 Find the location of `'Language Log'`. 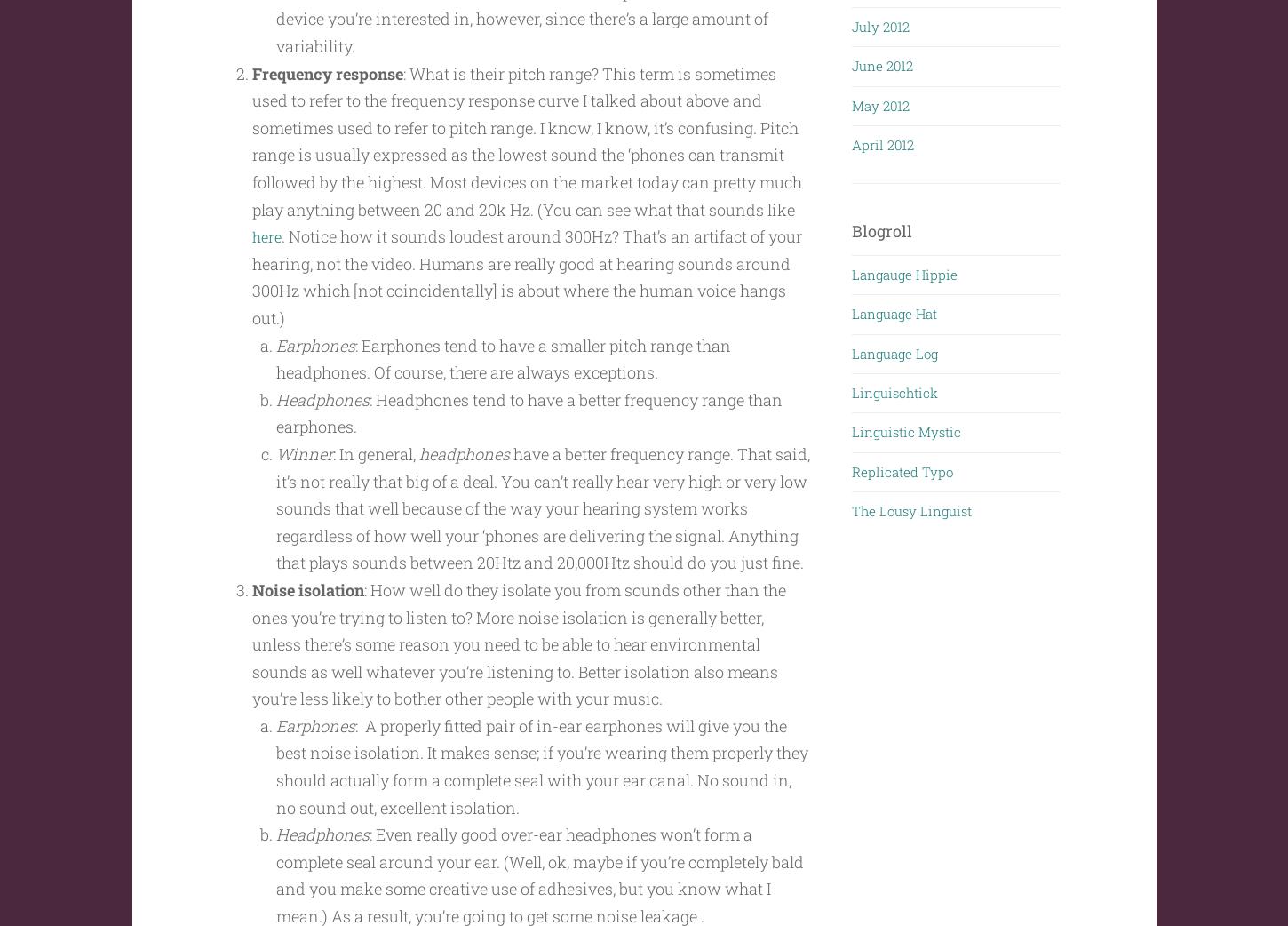

'Language Log' is located at coordinates (851, 348).